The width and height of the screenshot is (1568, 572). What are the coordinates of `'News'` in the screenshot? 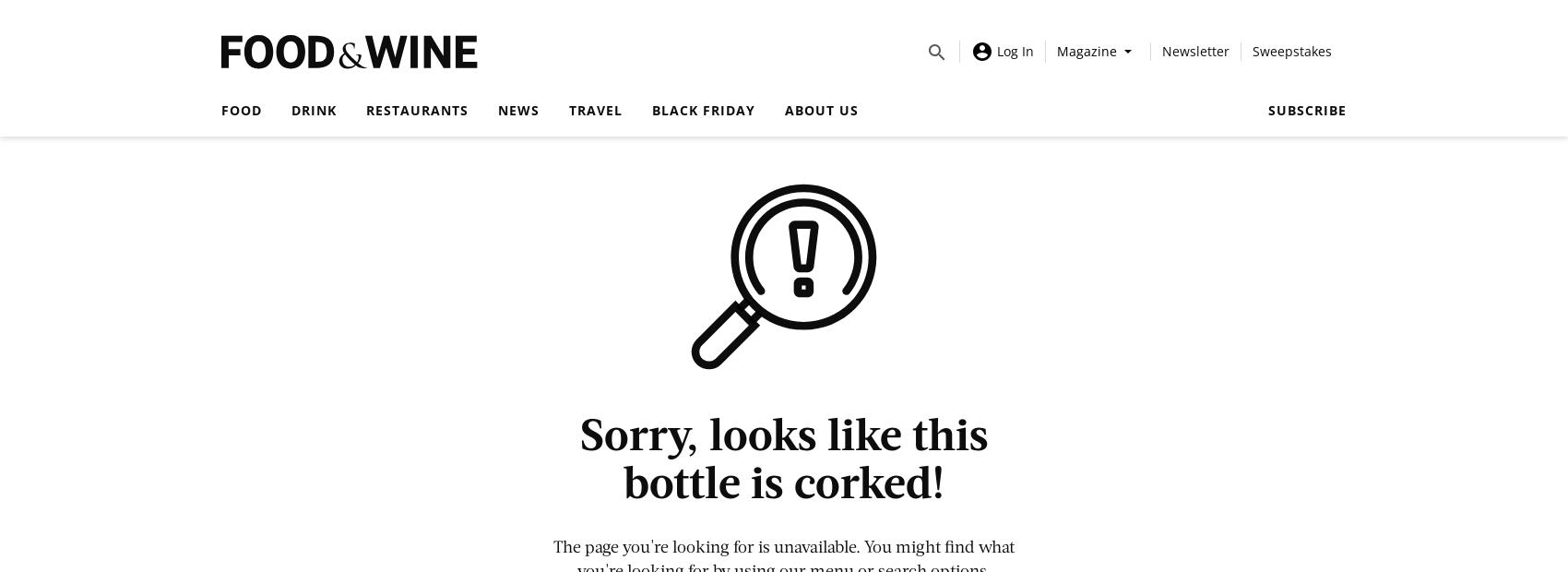 It's located at (517, 110).